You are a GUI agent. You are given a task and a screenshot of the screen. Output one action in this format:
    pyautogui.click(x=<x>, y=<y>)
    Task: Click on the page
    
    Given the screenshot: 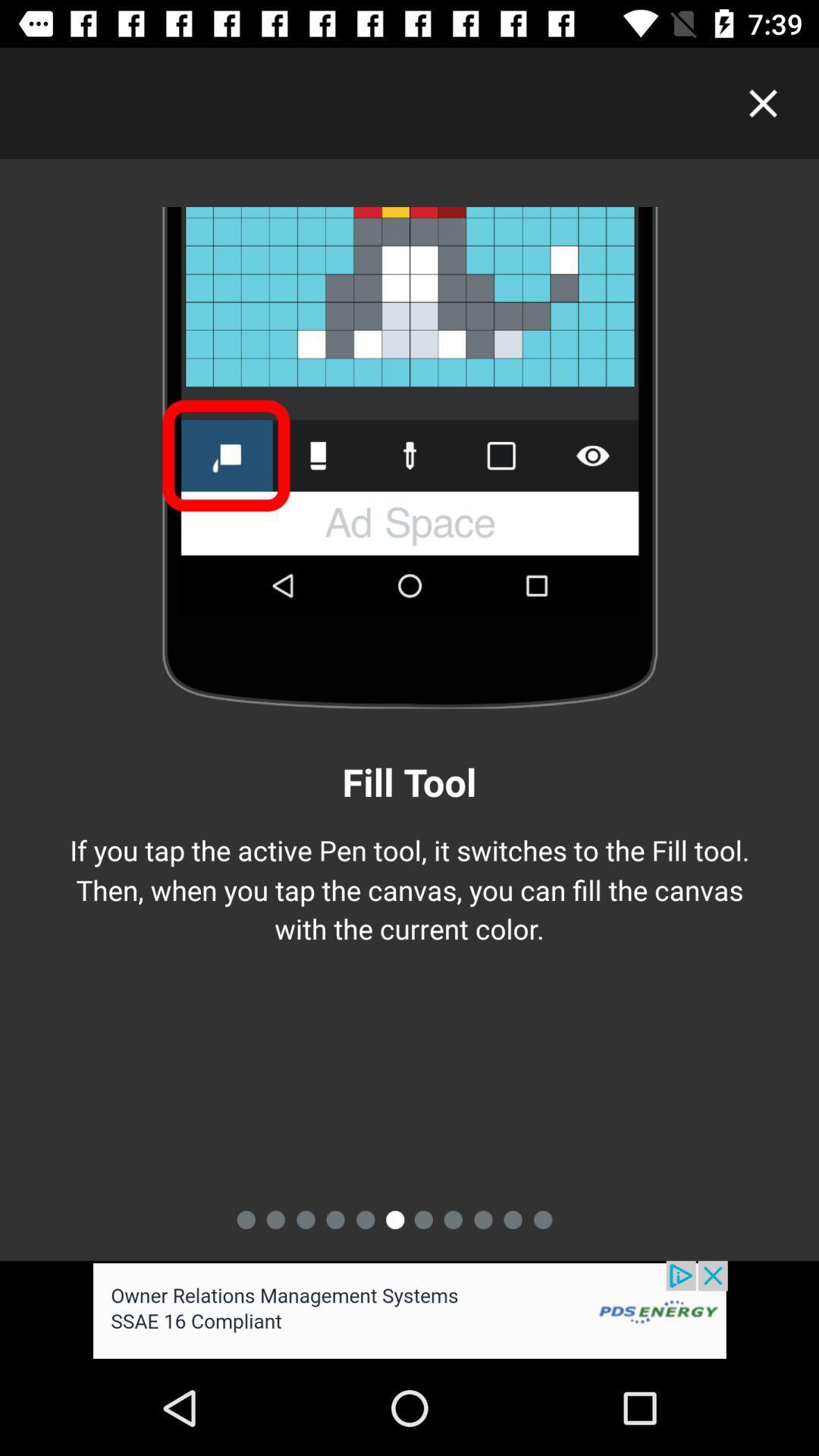 What is the action you would take?
    pyautogui.click(x=763, y=102)
    